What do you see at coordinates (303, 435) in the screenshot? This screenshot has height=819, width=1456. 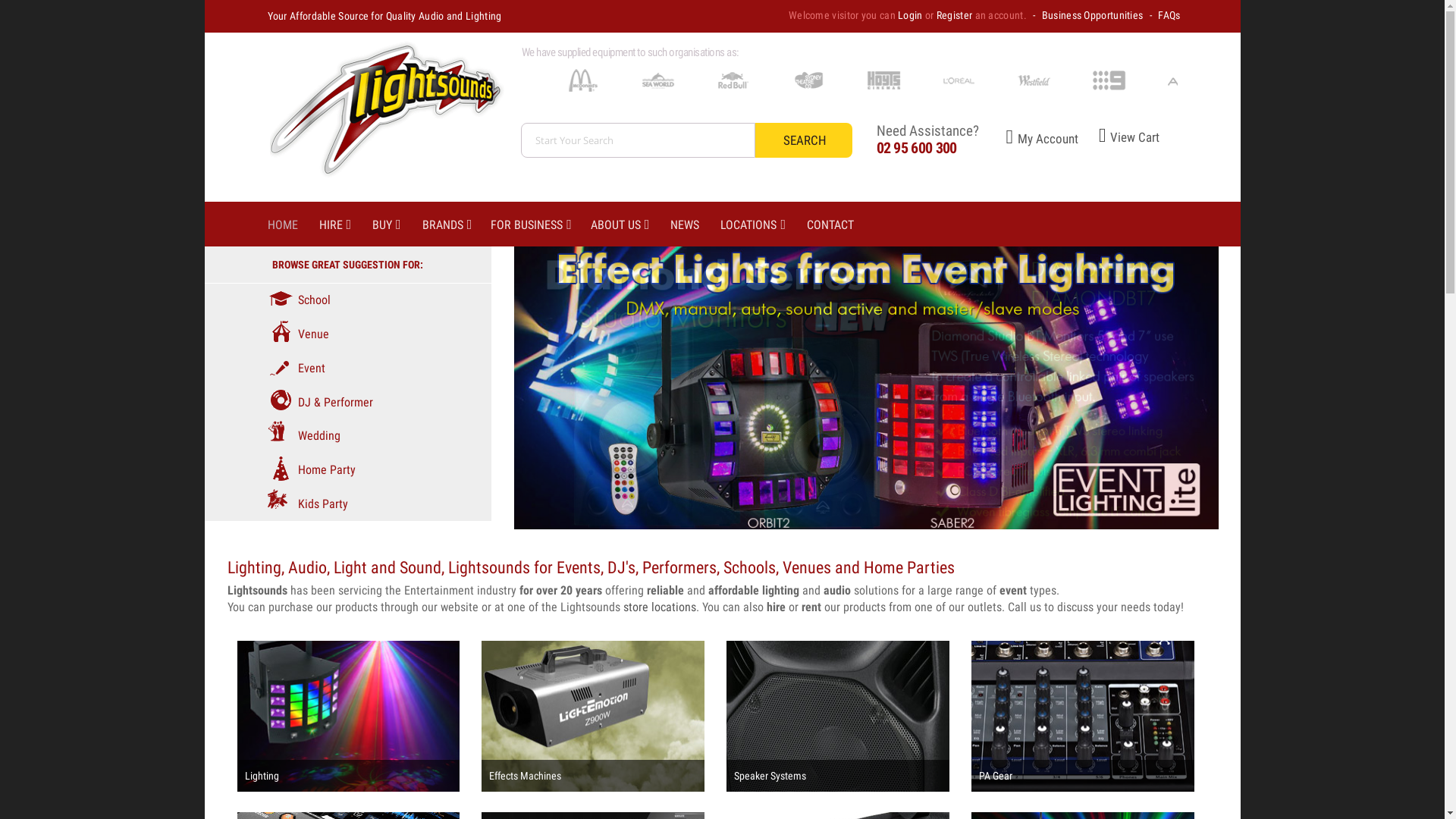 I see `'Wedding'` at bounding box center [303, 435].